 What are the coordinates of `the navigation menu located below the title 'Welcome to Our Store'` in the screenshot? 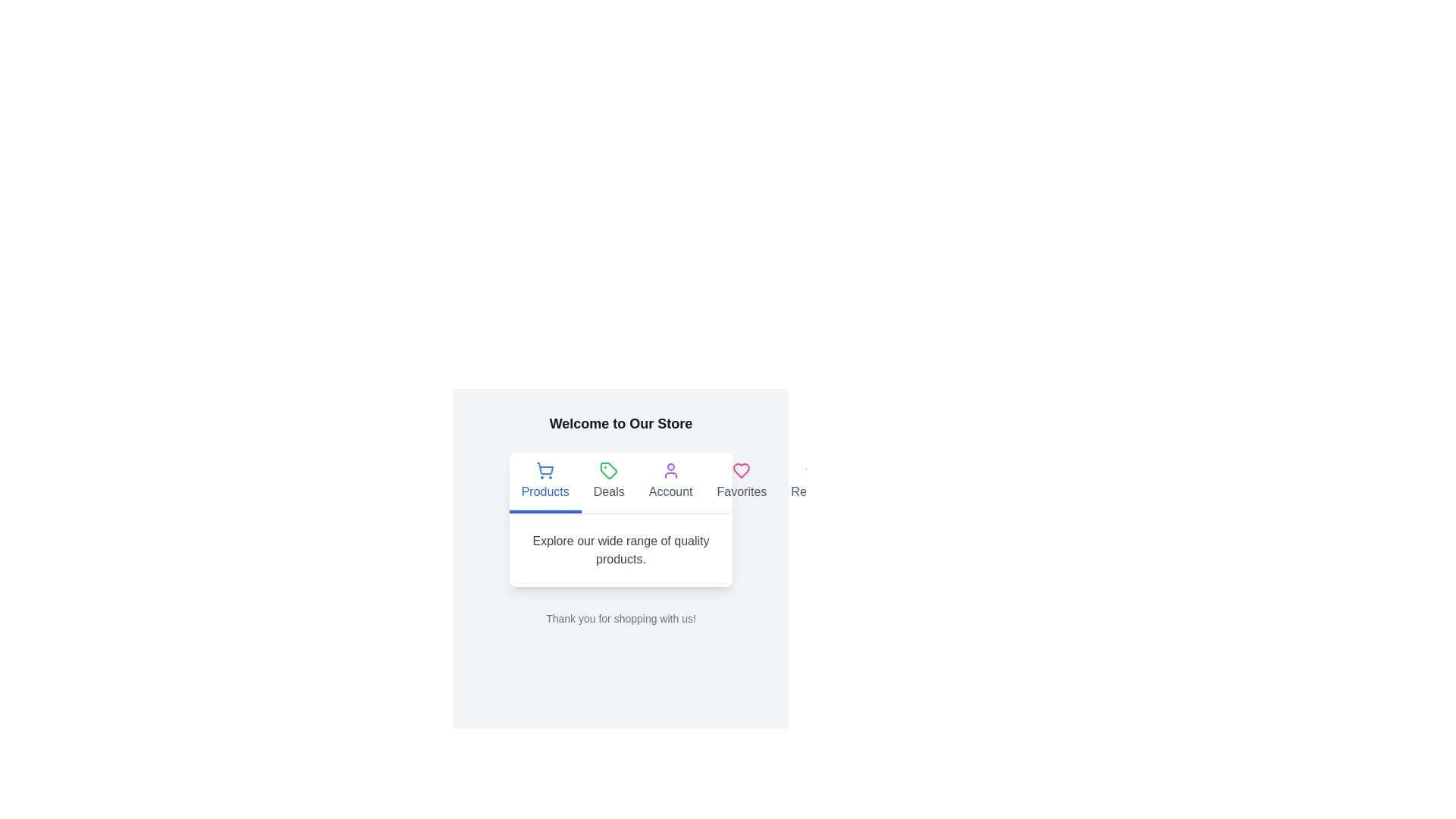 It's located at (621, 483).